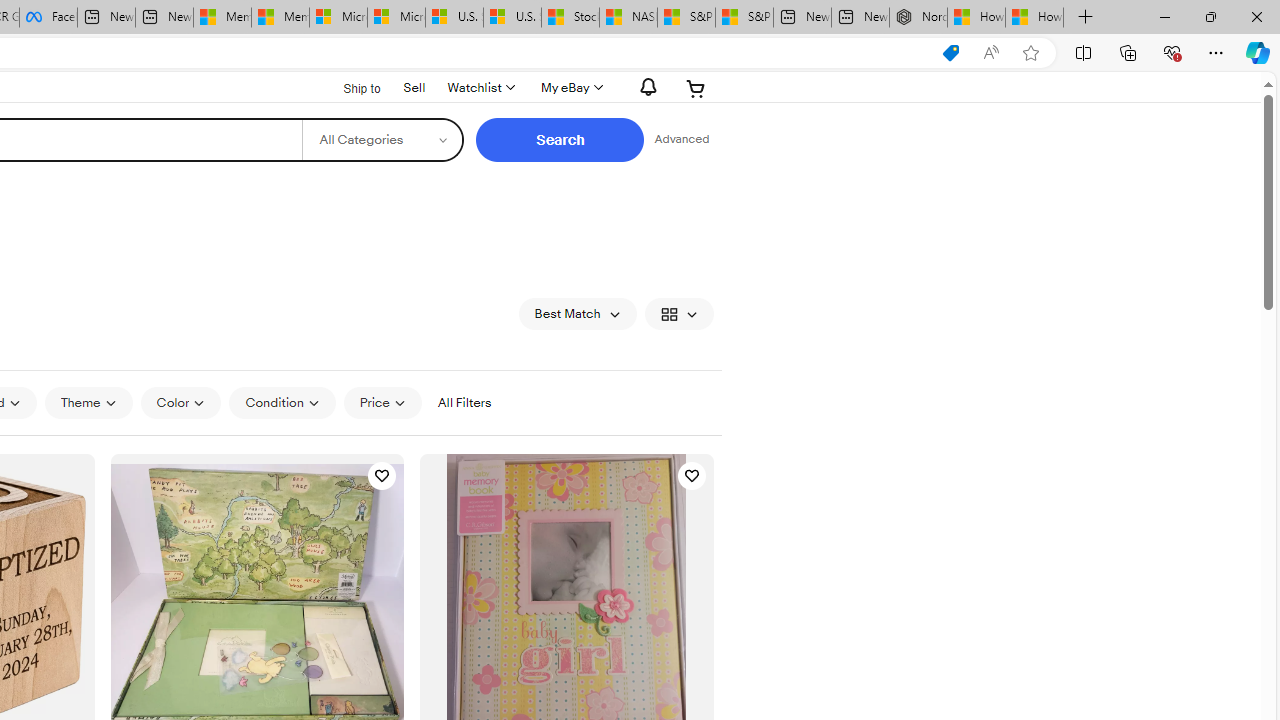 Image resolution: width=1280 pixels, height=720 pixels. What do you see at coordinates (48, 17) in the screenshot?
I see `'Facebook'` at bounding box center [48, 17].